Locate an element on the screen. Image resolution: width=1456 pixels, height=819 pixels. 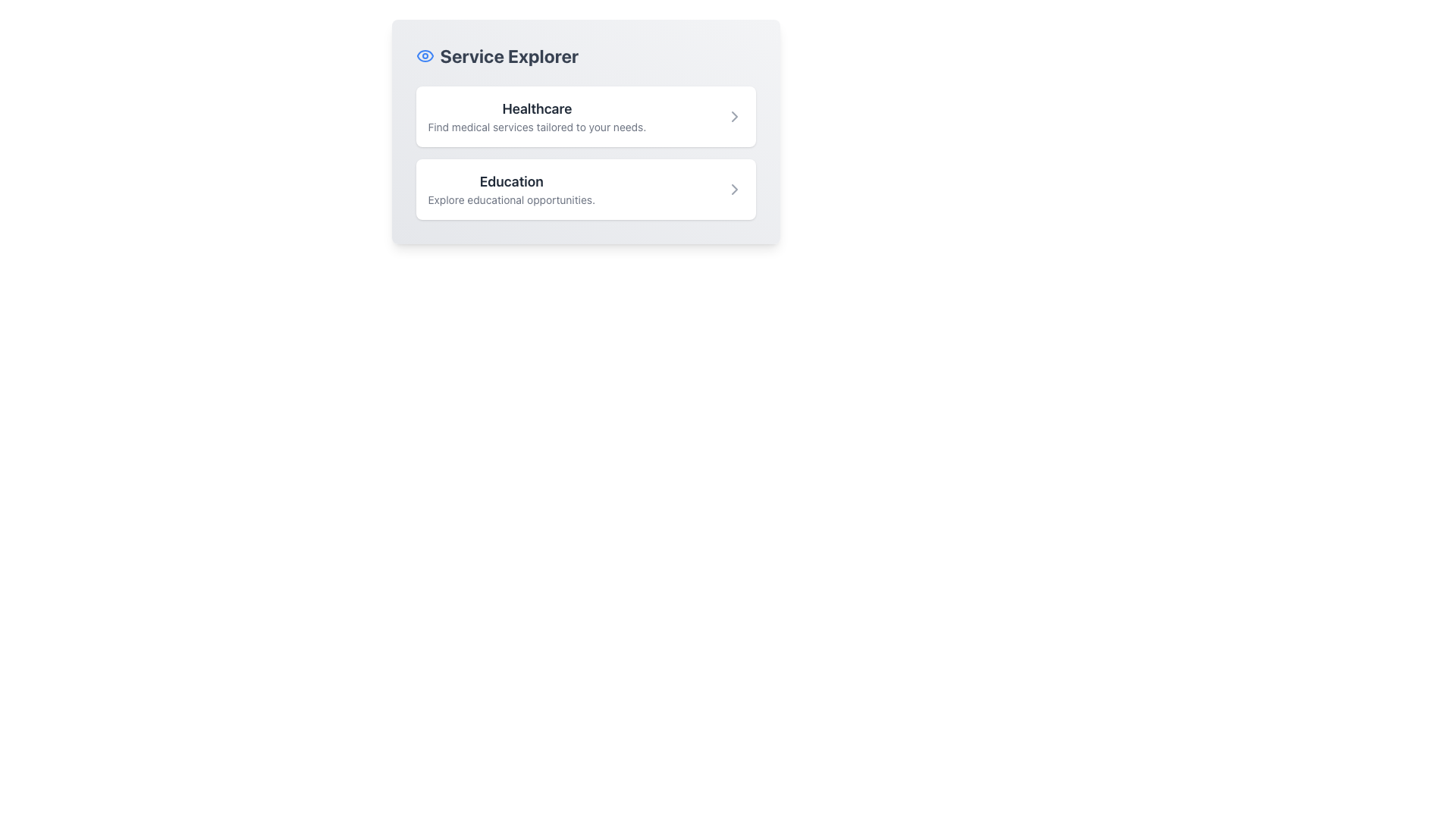
the chevron icon located at the far right of the 'Education' section, which indicates that this section can be interacted with for additional information is located at coordinates (734, 189).